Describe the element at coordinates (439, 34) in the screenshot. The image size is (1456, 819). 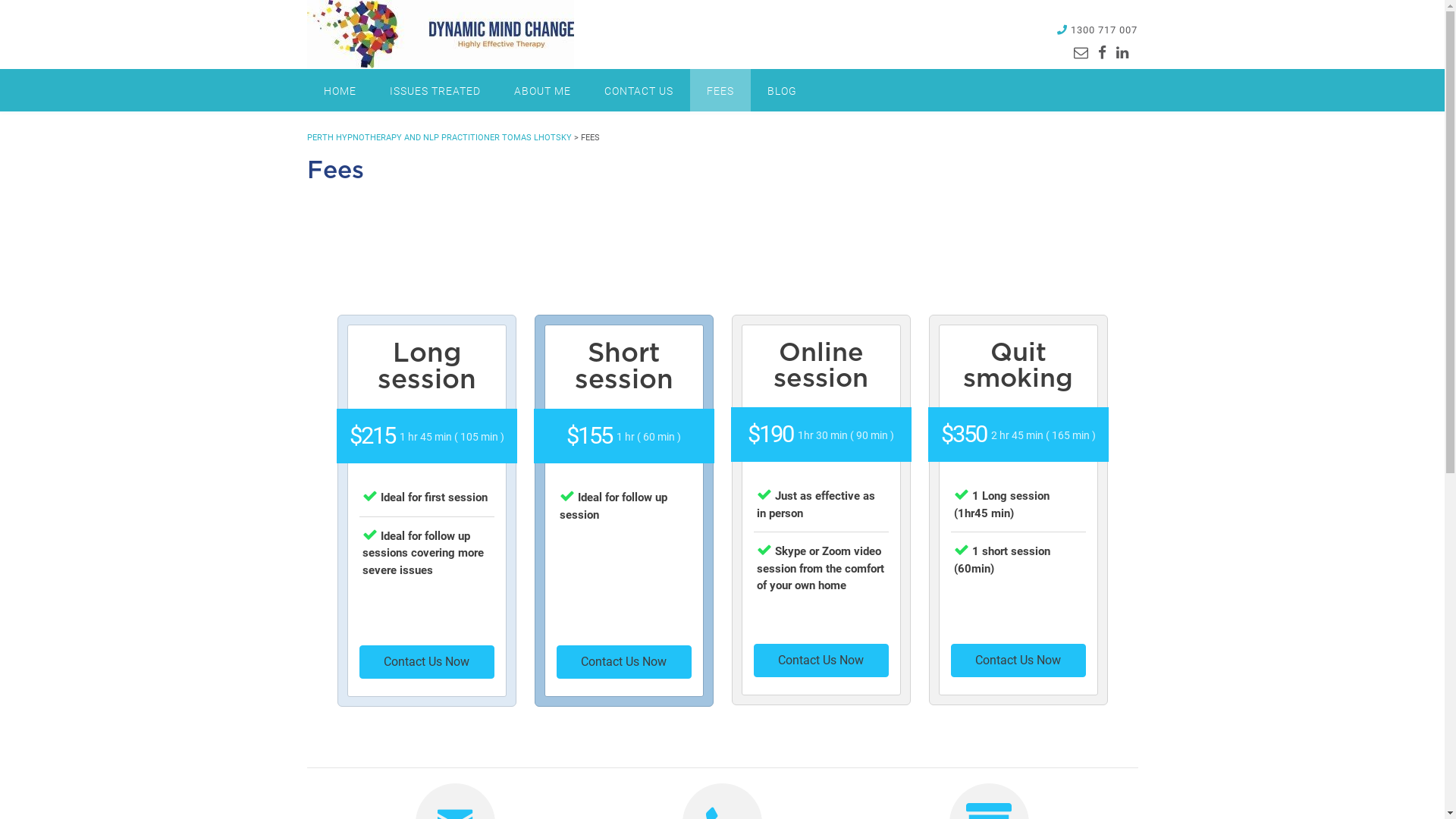
I see `'Perth Hypnotherapy and NLP Practitioner Tomas Lhotsky'` at that location.